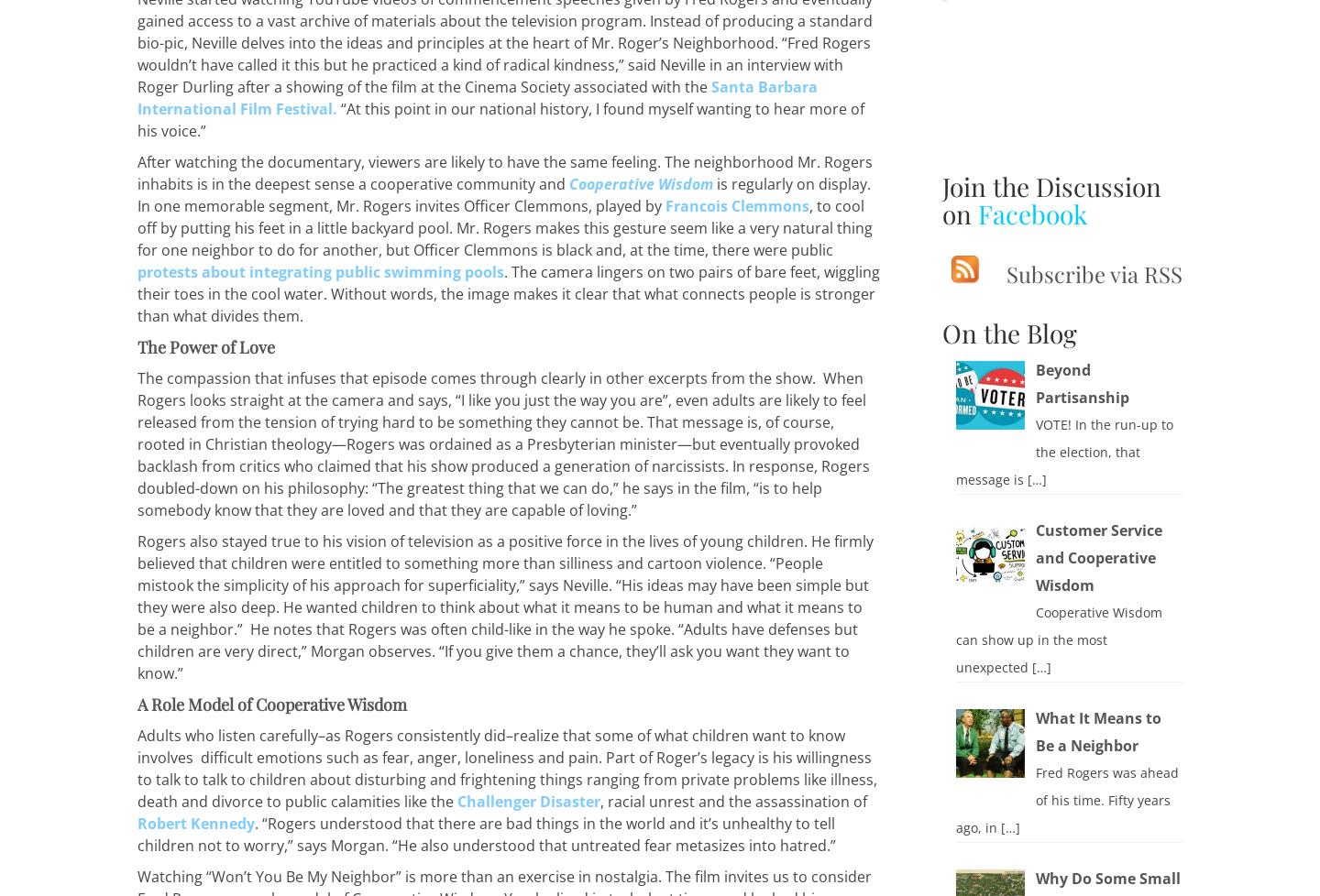  Describe the element at coordinates (954, 639) in the screenshot. I see `'Cooperative Wisdom can show up in the most unexpected  […]'` at that location.